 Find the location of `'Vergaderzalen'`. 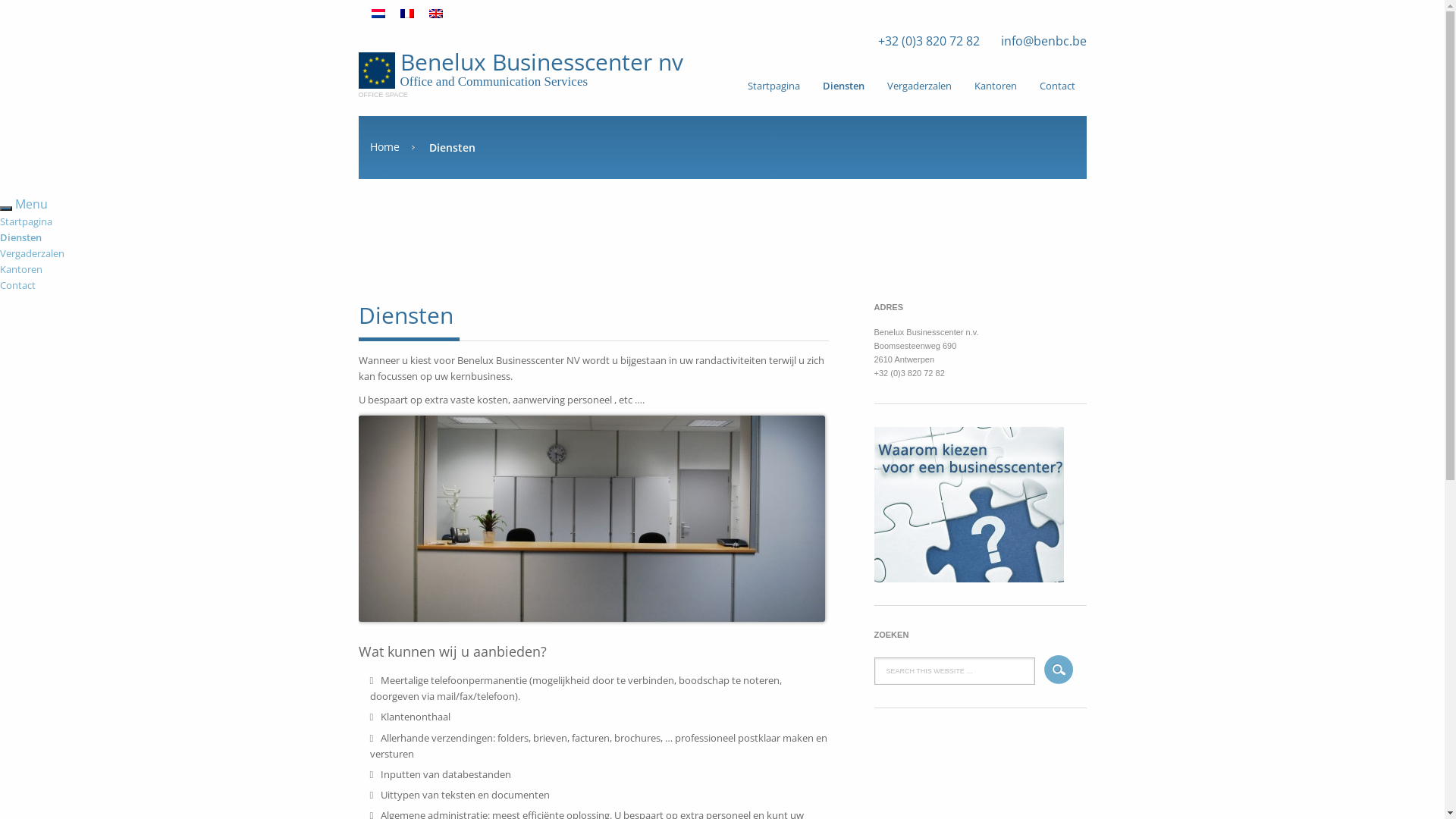

'Vergaderzalen' is located at coordinates (0, 253).